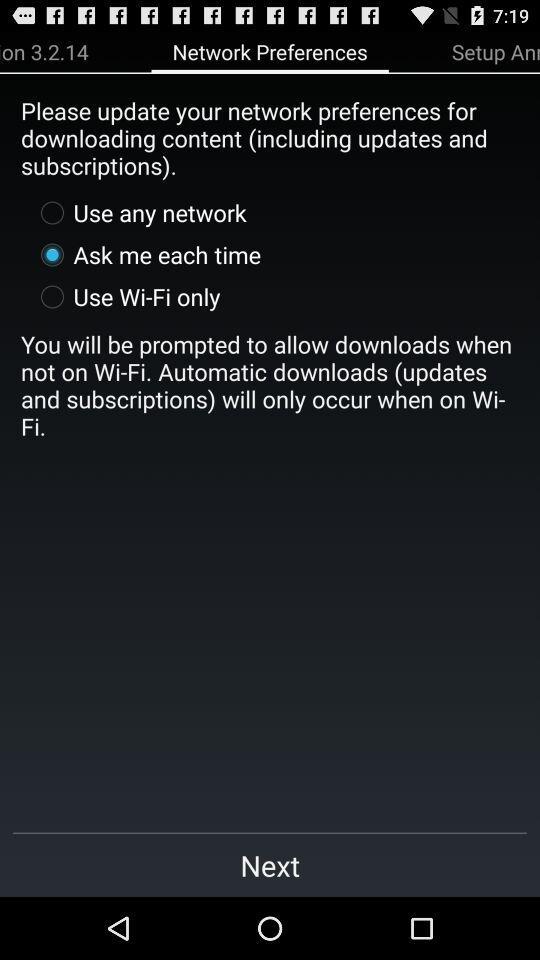 The image size is (540, 960). I want to click on the app to the right of network preferences icon, so click(494, 50).